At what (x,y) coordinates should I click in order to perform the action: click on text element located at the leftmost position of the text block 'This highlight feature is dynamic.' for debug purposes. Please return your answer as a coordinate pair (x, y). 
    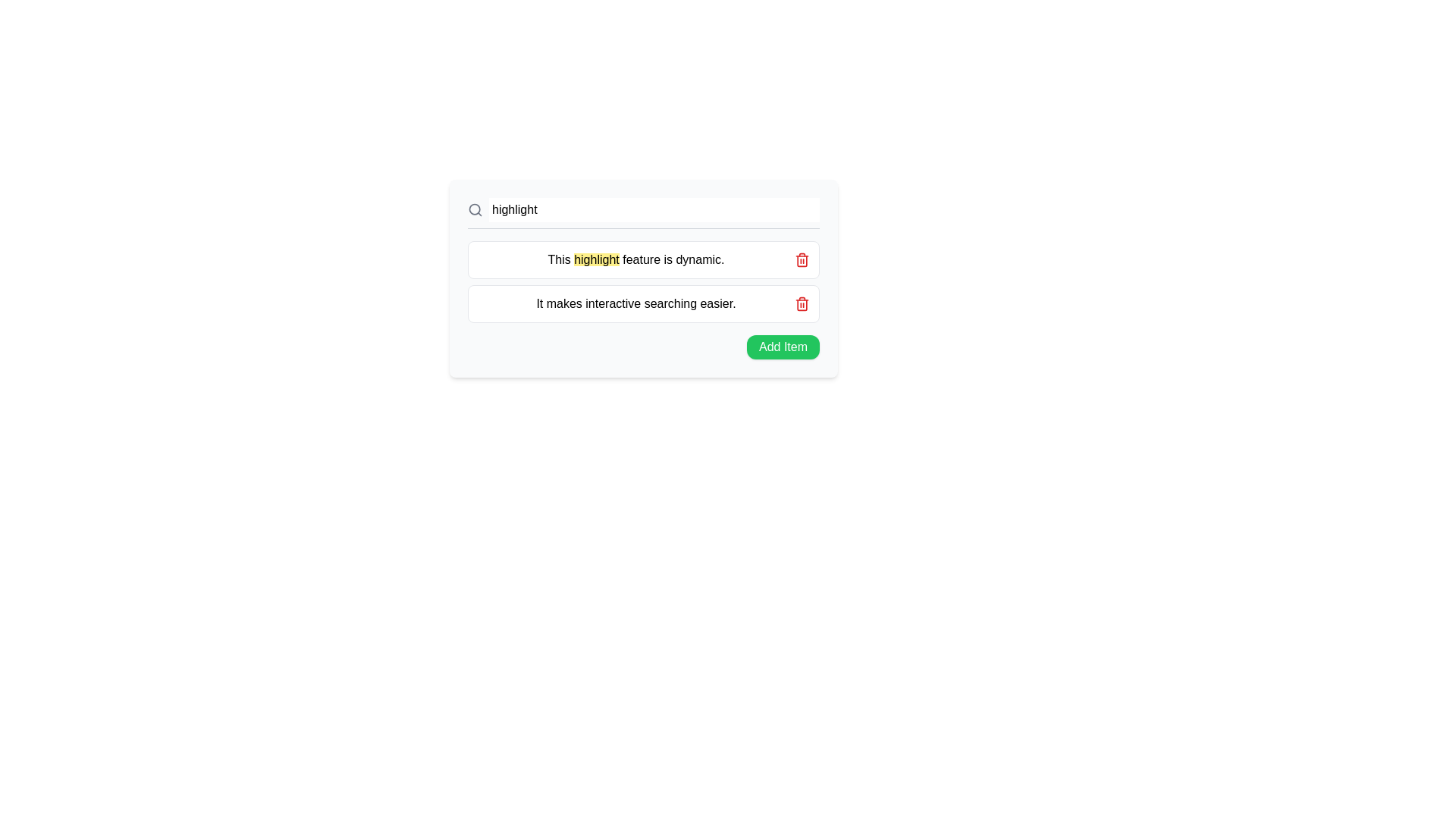
    Looking at the image, I should click on (560, 259).